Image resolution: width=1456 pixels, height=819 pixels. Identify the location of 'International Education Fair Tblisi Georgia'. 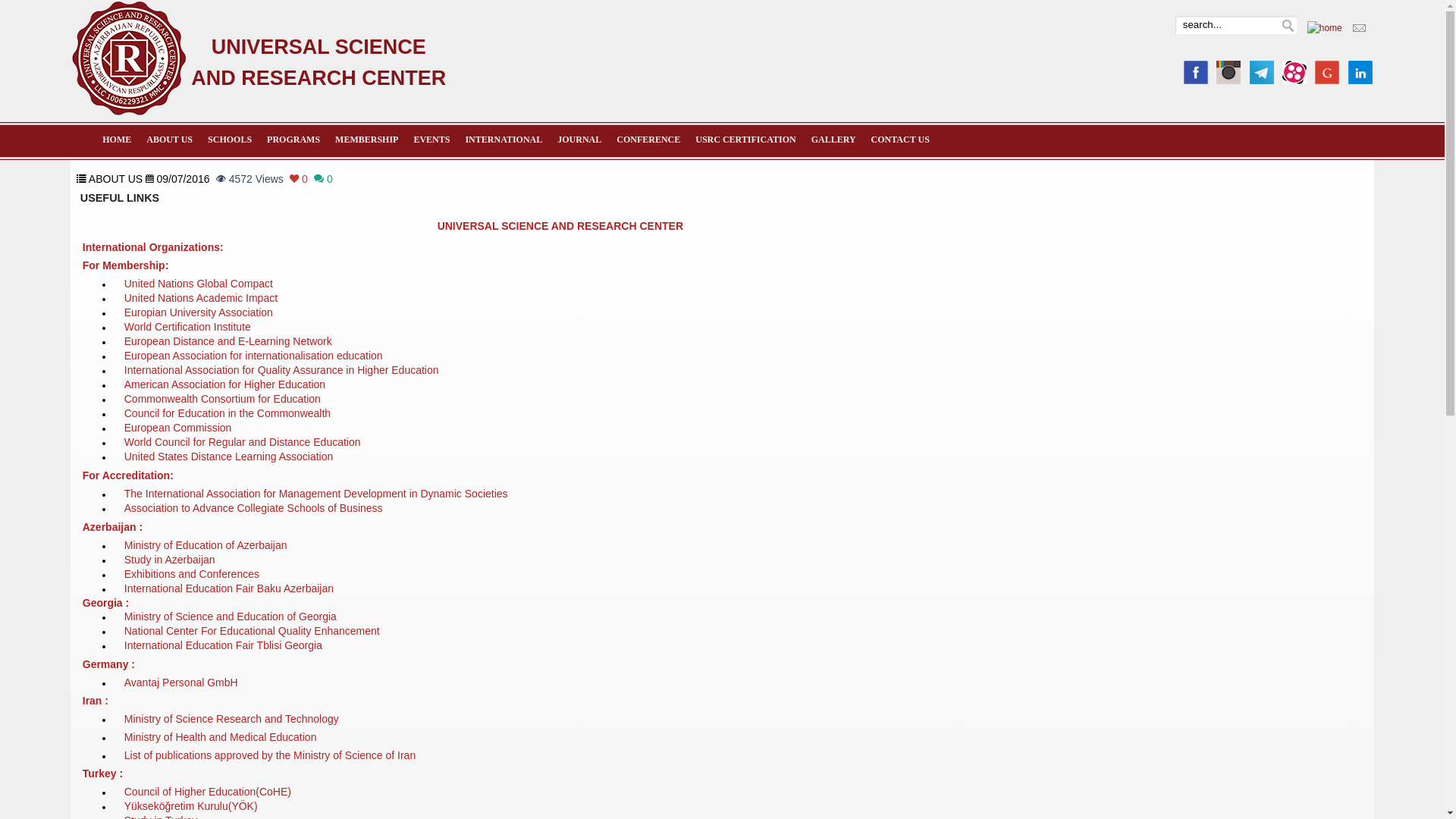
(222, 646).